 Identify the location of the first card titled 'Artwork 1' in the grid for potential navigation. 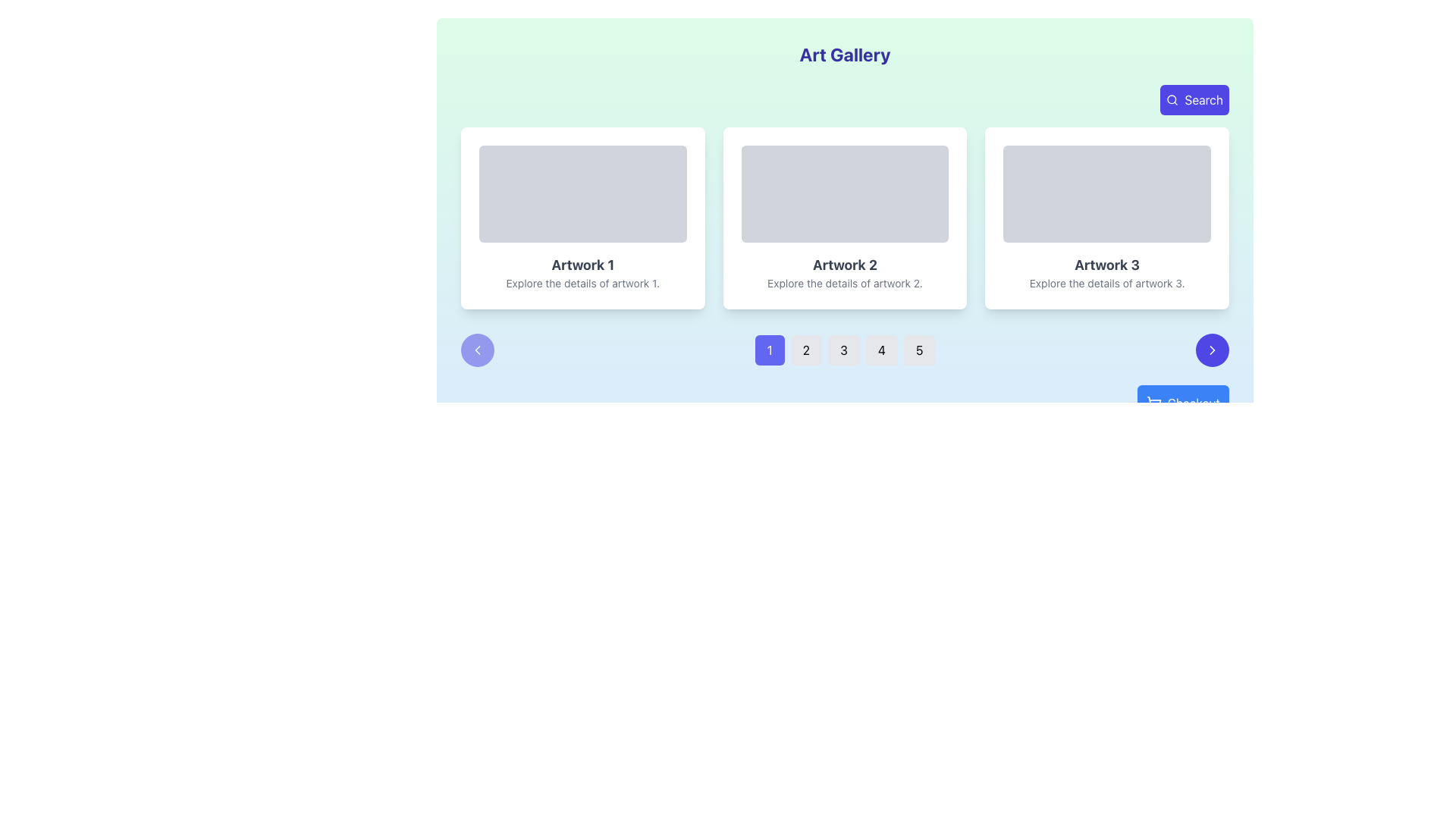
(582, 218).